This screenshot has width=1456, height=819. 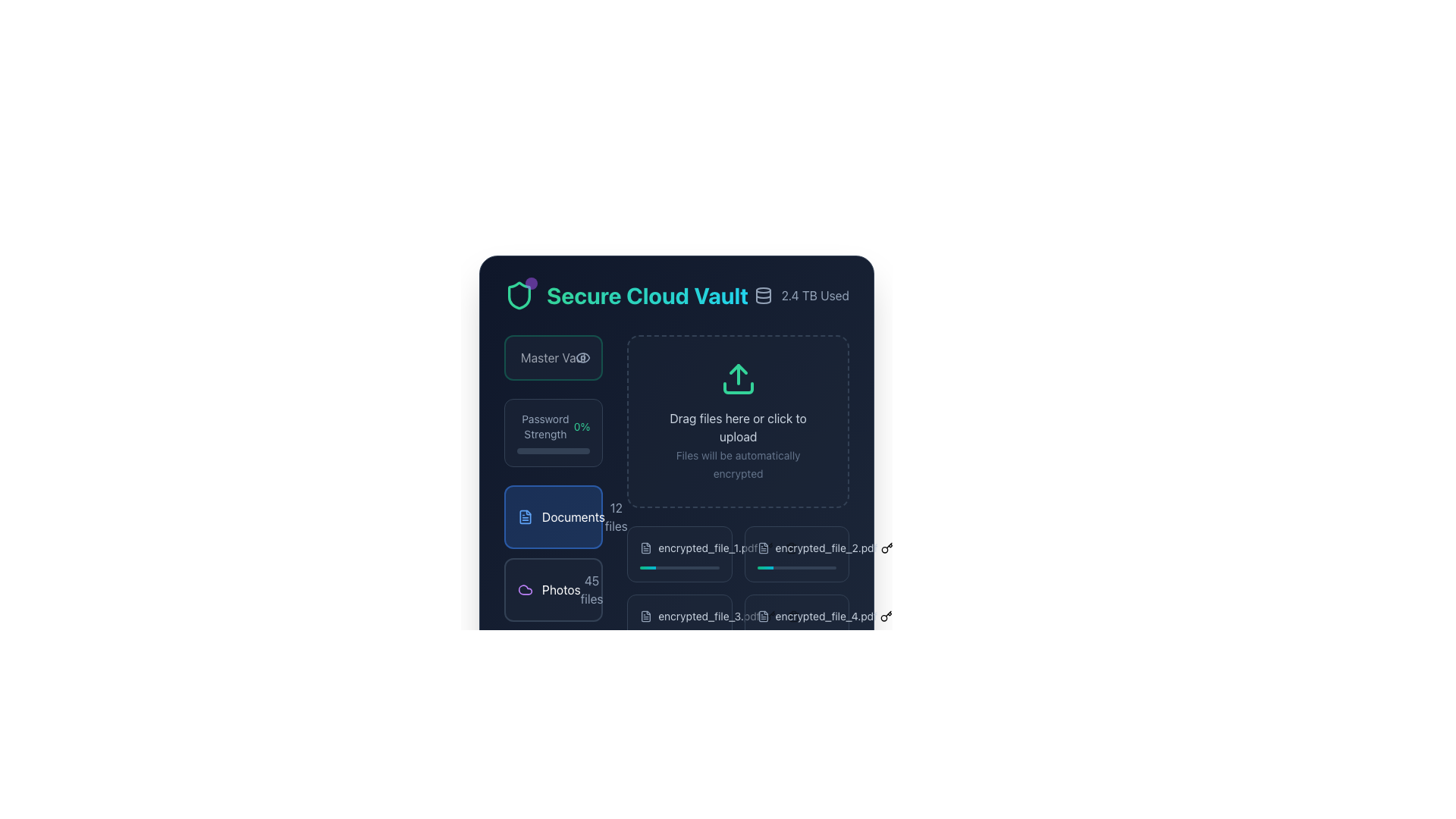 I want to click on the purple cloud-shaped icon next to the text 'photos', which is aligned with the indicator '45 files', so click(x=525, y=589).